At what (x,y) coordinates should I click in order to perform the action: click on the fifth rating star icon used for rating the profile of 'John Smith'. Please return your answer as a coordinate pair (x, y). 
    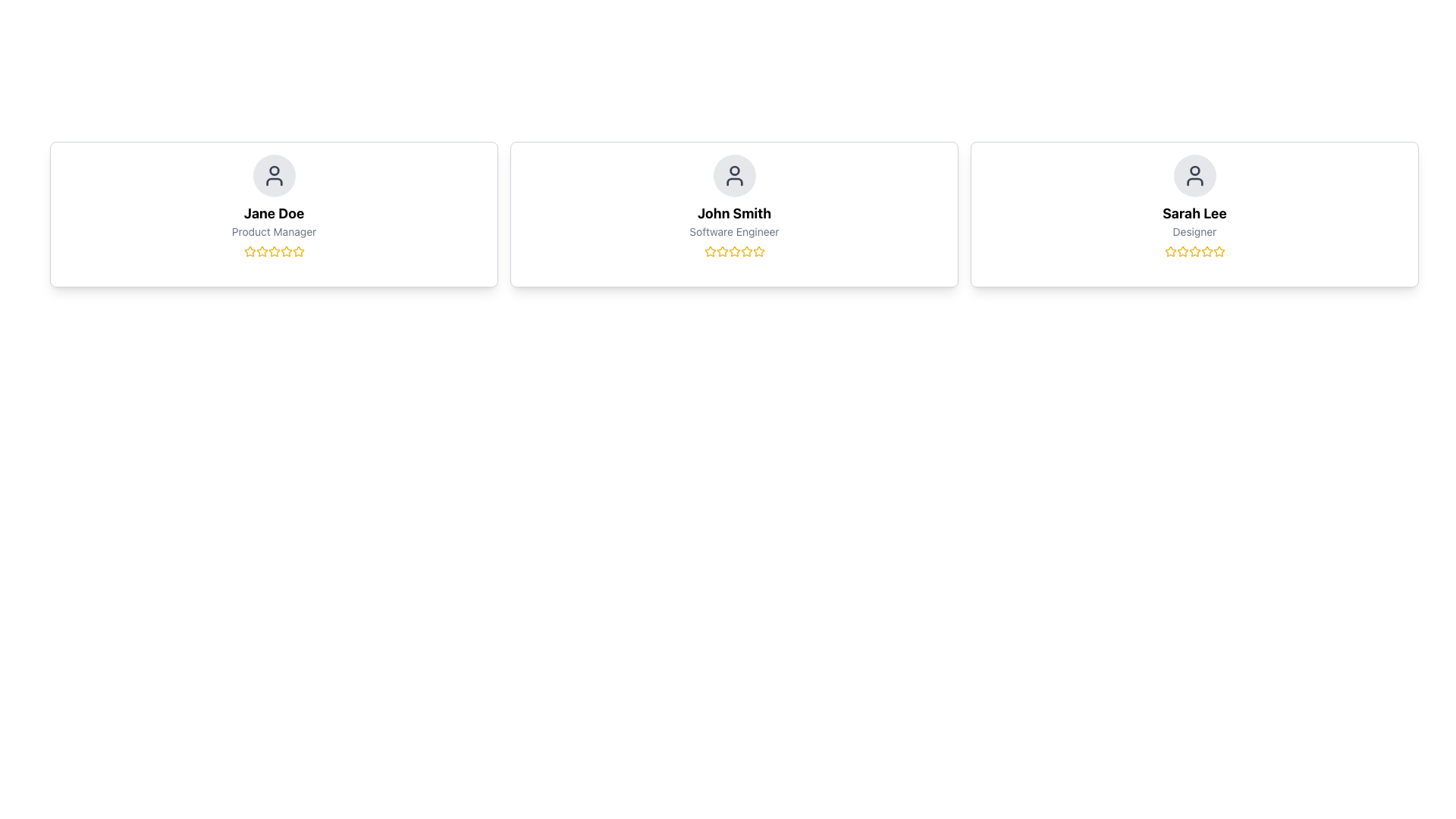
    Looking at the image, I should click on (746, 250).